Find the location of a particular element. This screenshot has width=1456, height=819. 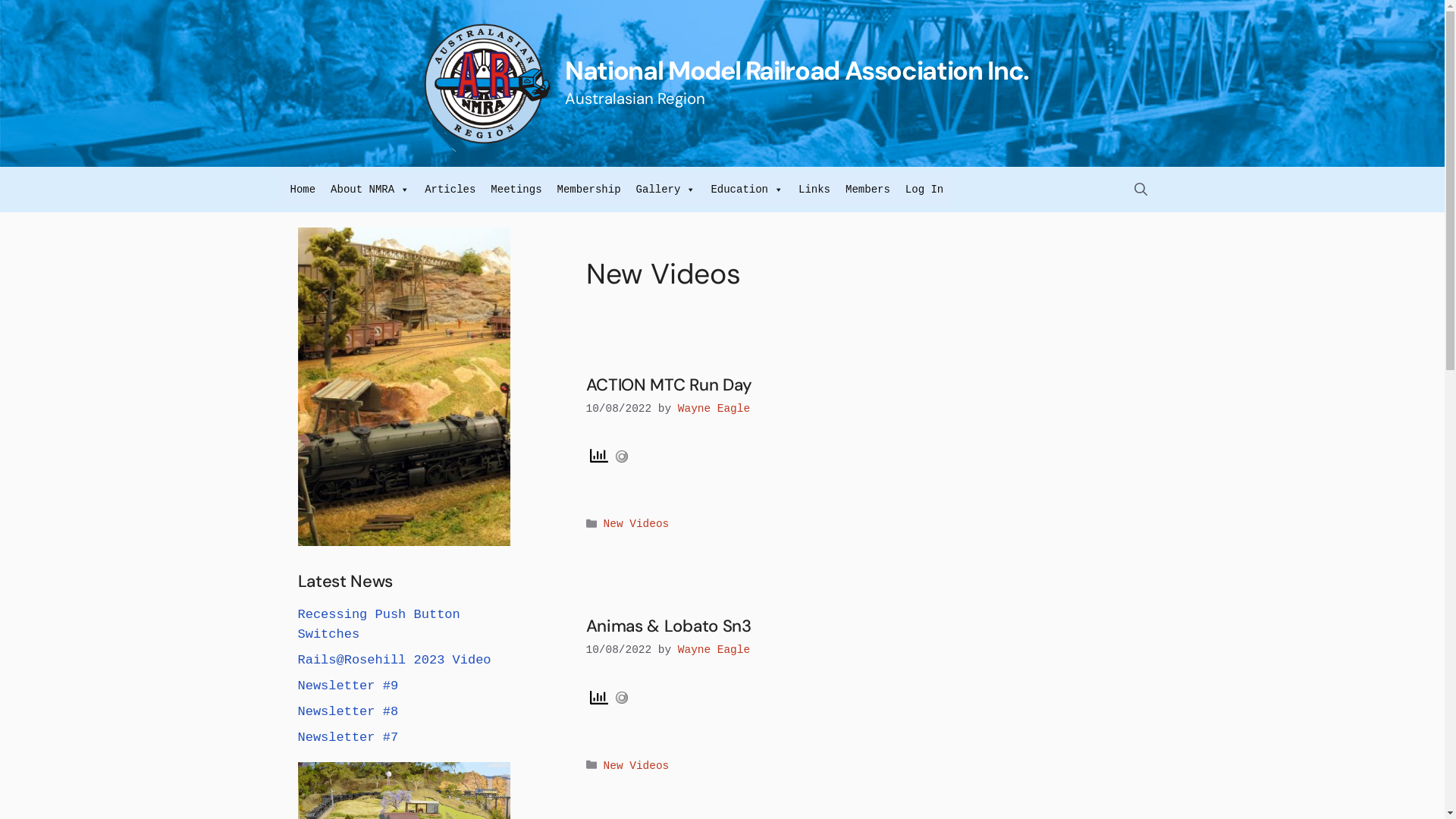

'Newsletter #8' is located at coordinates (347, 711).